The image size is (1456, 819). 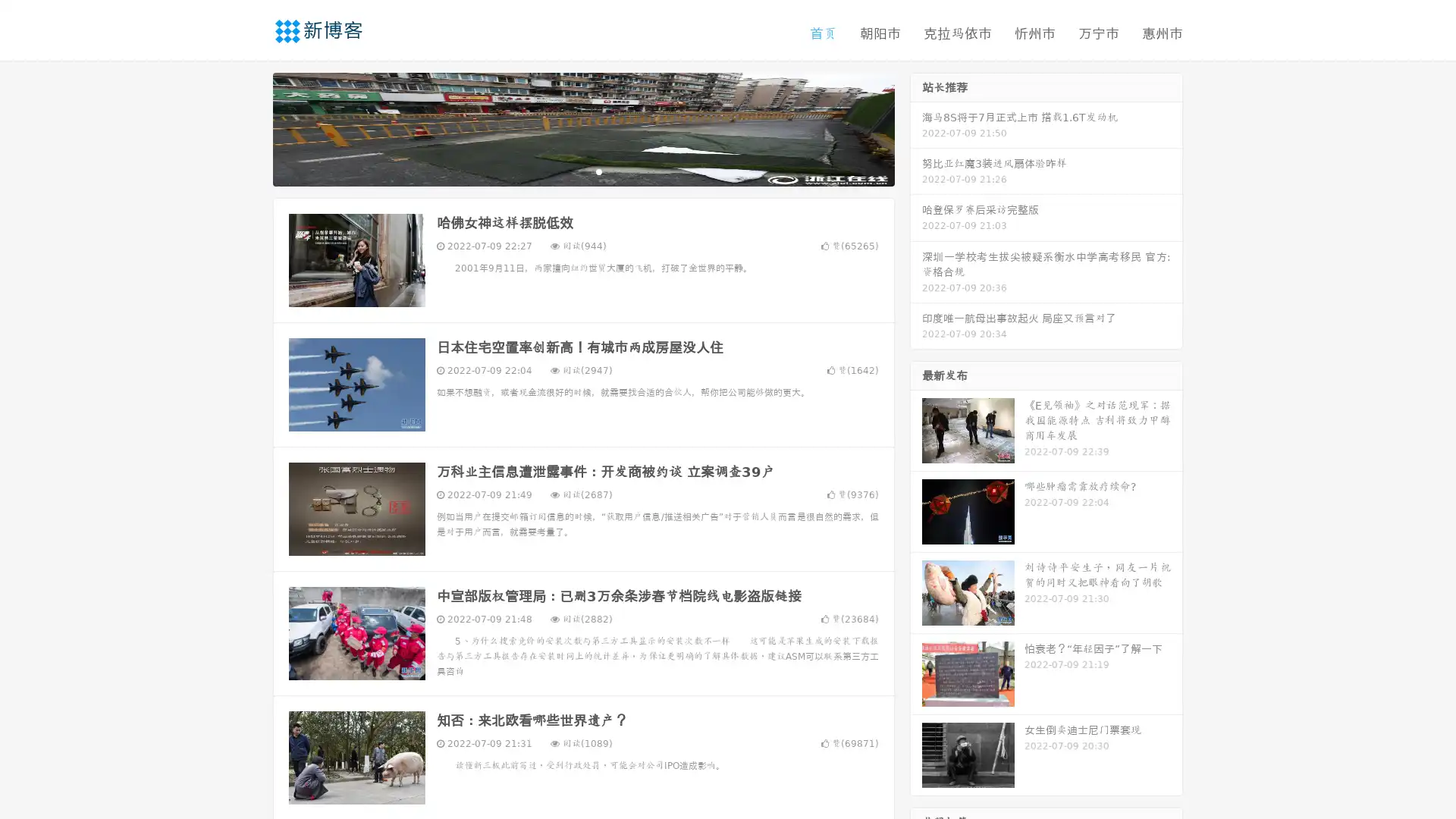 I want to click on Previous slide, so click(x=250, y=127).